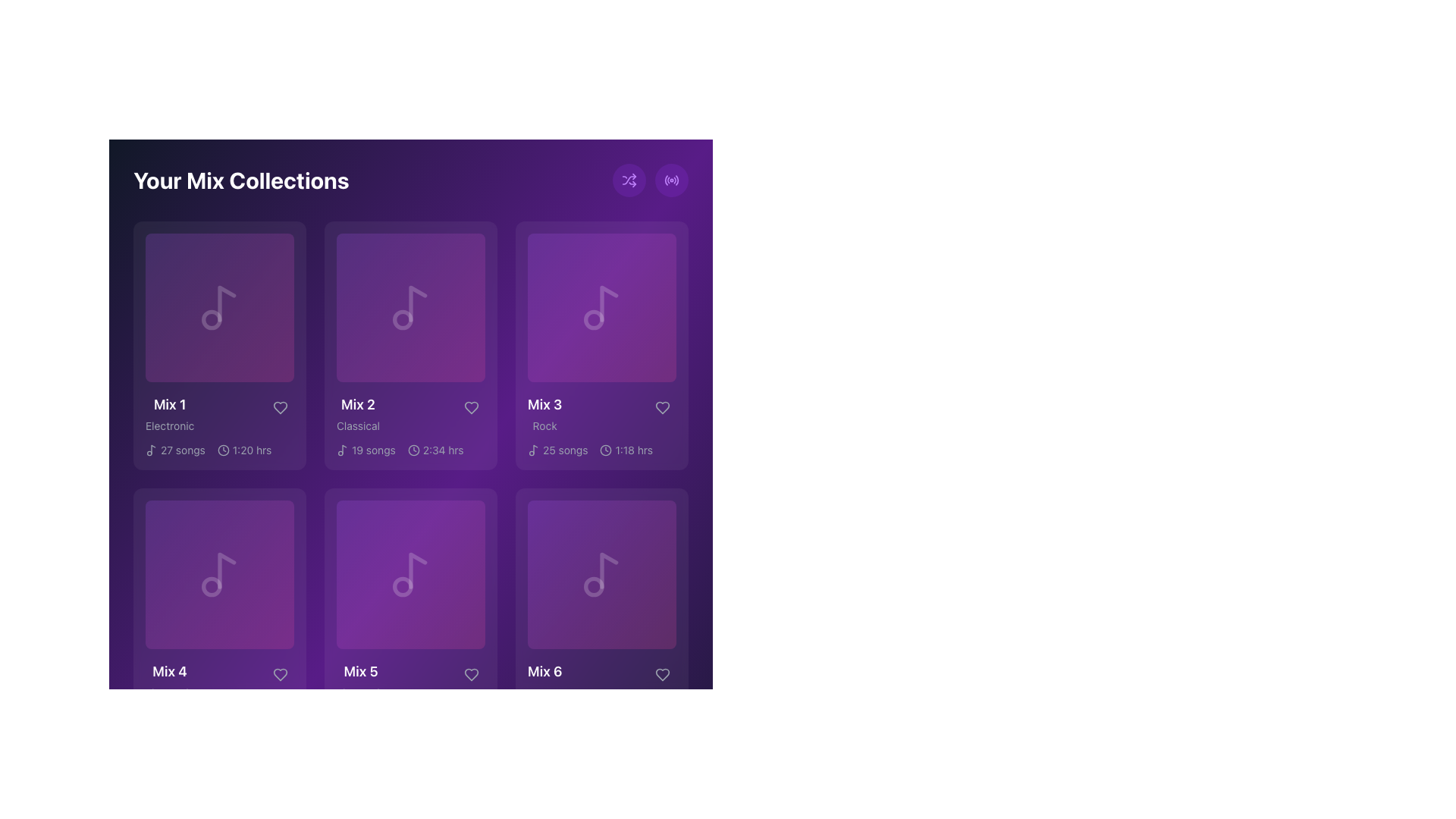  What do you see at coordinates (601, 307) in the screenshot?
I see `the clickable card representing a music collection located in the second row and third column` at bounding box center [601, 307].